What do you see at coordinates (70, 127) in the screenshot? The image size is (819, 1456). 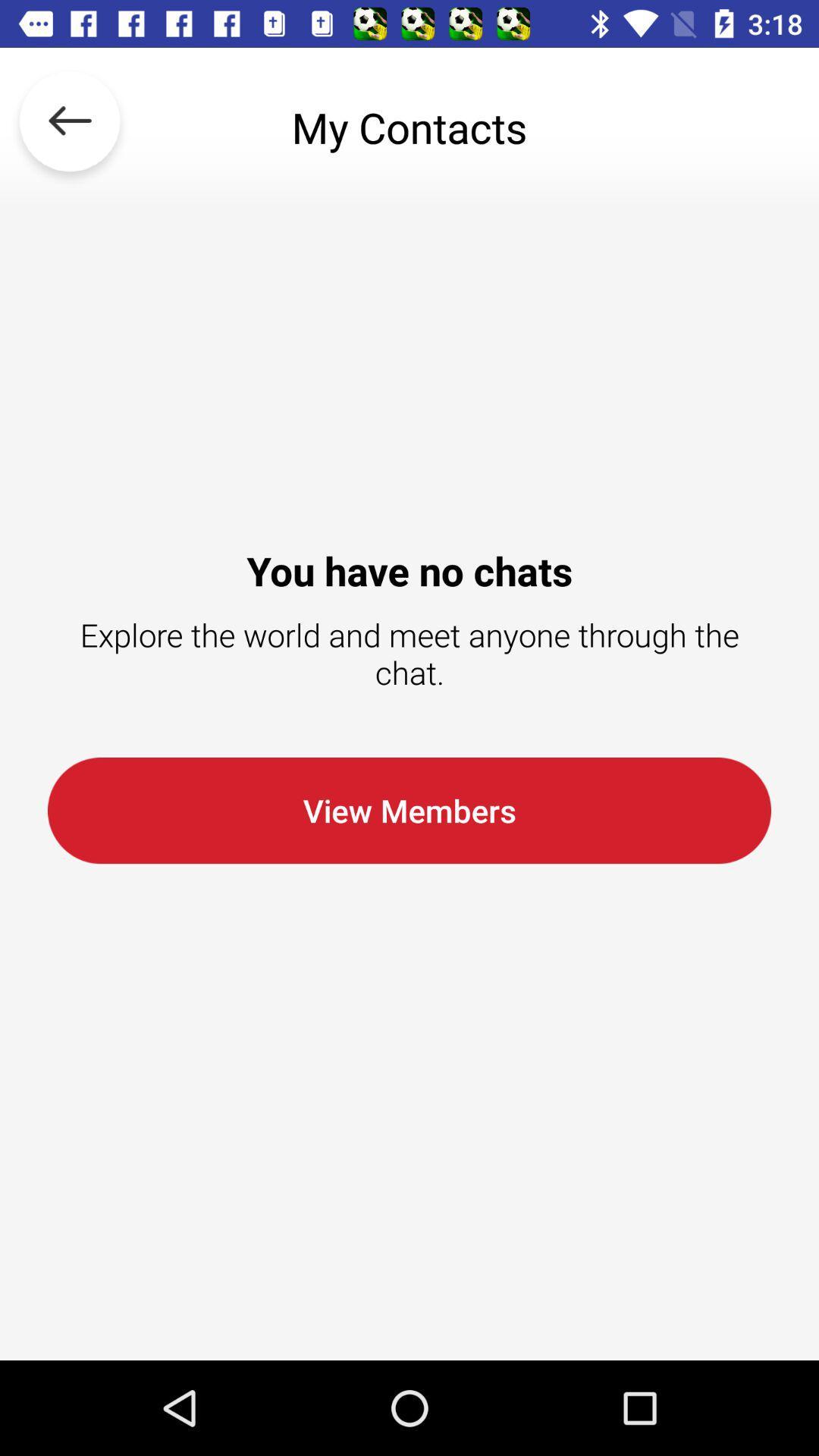 I see `the item at the top left corner` at bounding box center [70, 127].